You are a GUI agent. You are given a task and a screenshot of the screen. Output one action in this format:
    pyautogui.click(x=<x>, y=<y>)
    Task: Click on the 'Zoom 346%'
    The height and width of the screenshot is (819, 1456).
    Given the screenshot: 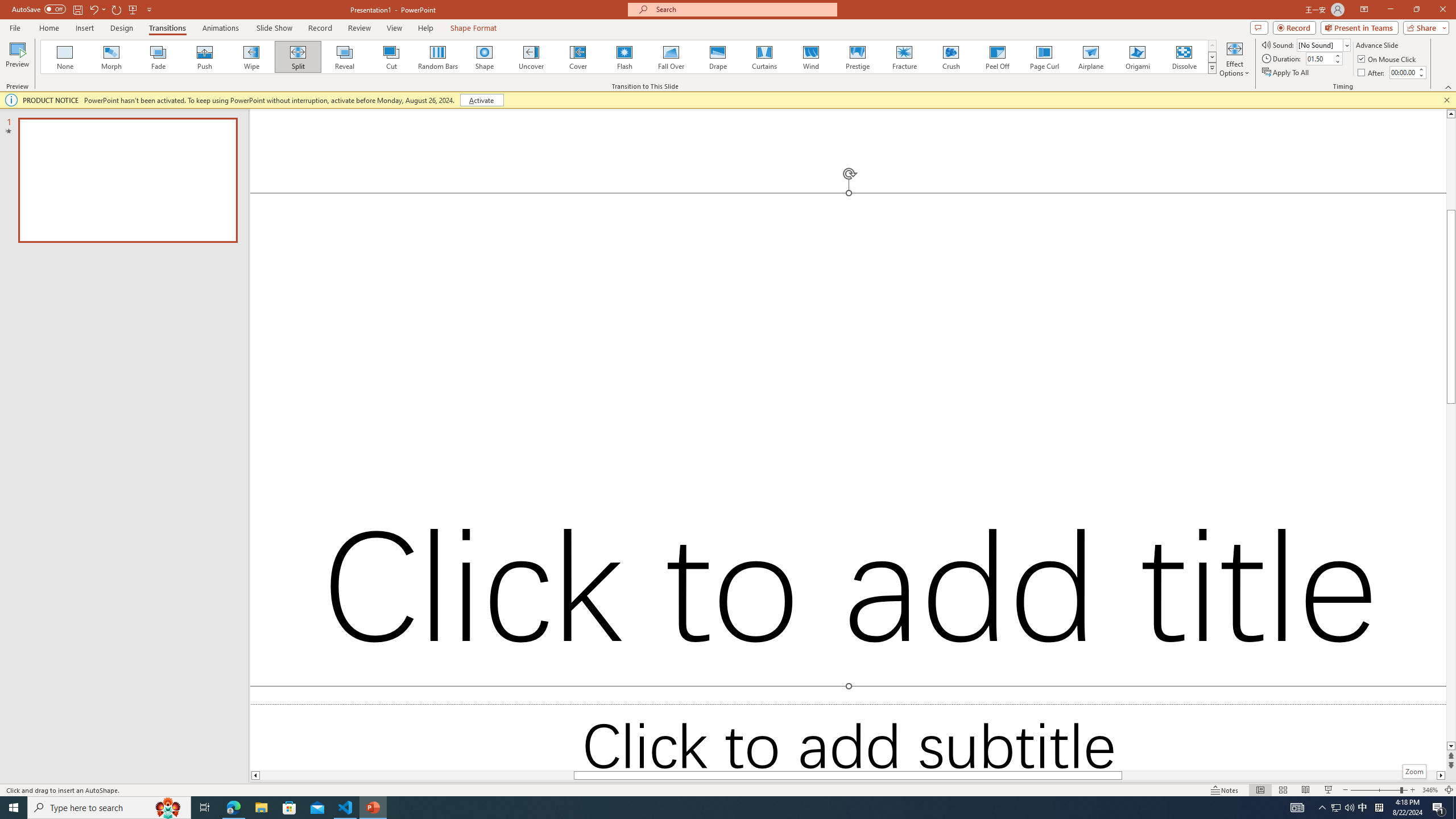 What is the action you would take?
    pyautogui.click(x=1430, y=790)
    